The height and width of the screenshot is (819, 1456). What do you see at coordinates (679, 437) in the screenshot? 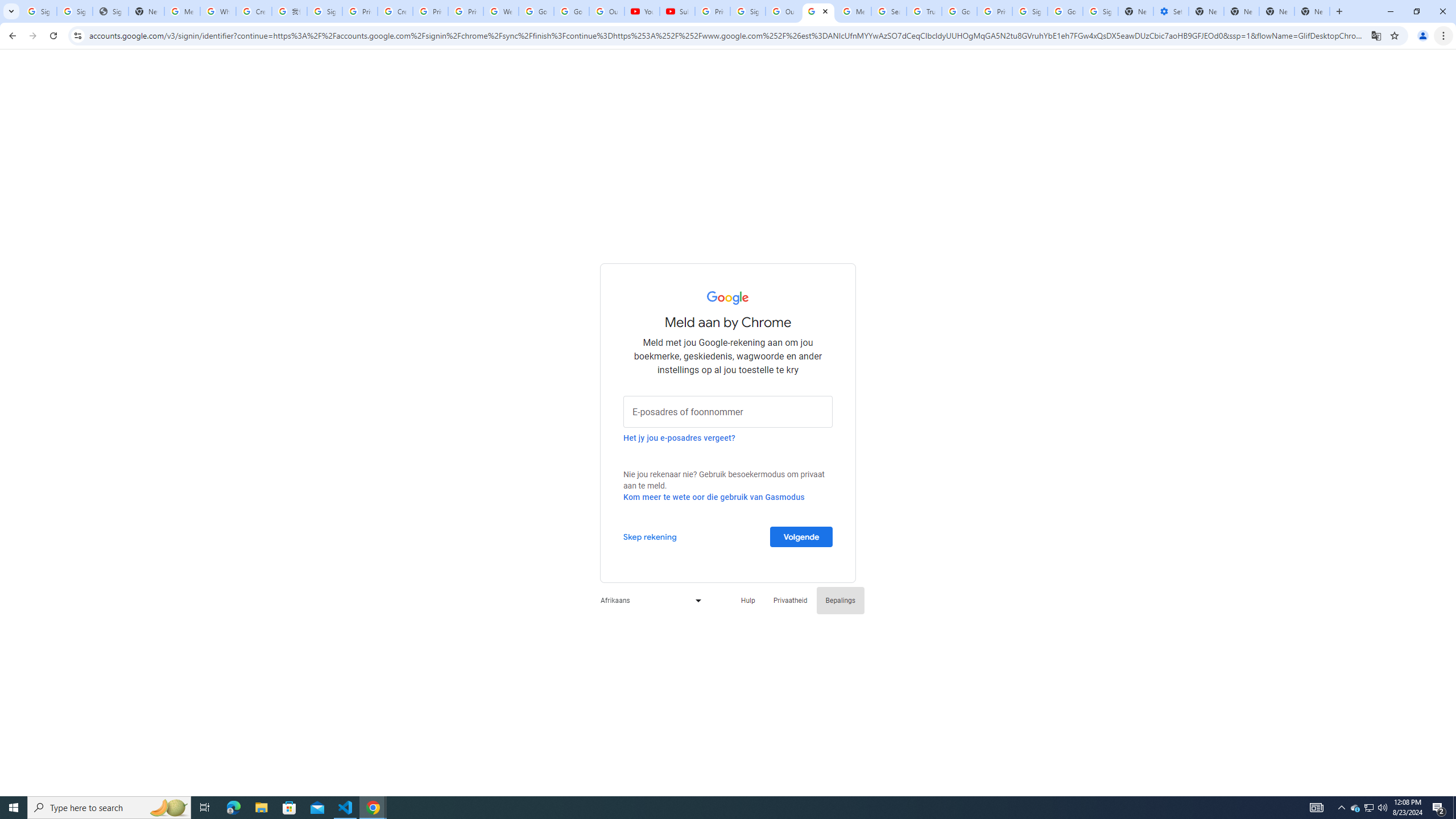
I see `'Het jy jou e-posadres vergeet?'` at bounding box center [679, 437].